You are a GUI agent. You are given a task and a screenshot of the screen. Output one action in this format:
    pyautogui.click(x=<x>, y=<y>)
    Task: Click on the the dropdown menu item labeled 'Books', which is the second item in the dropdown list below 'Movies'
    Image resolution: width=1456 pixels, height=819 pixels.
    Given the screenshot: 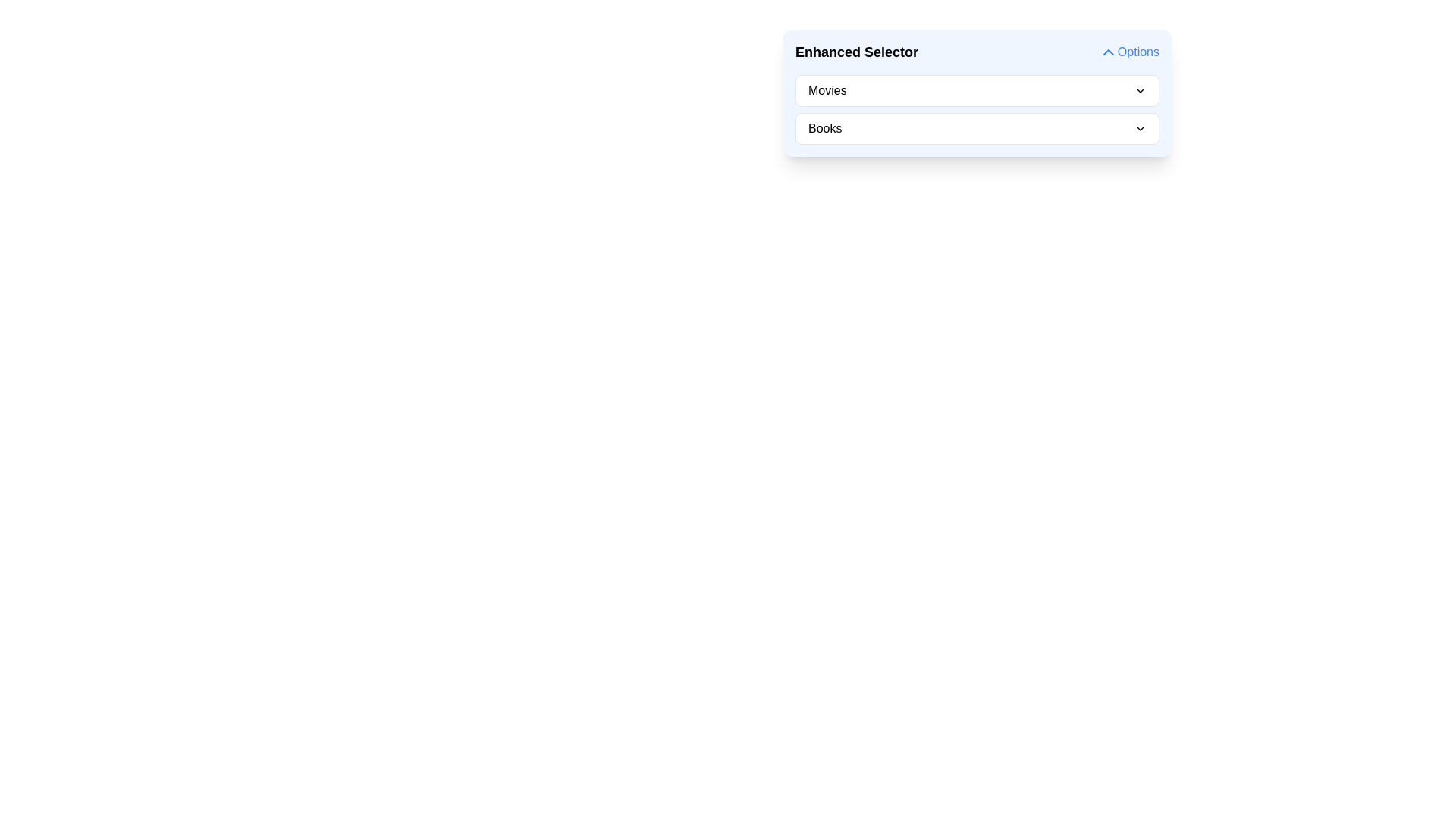 What is the action you would take?
    pyautogui.click(x=977, y=127)
    